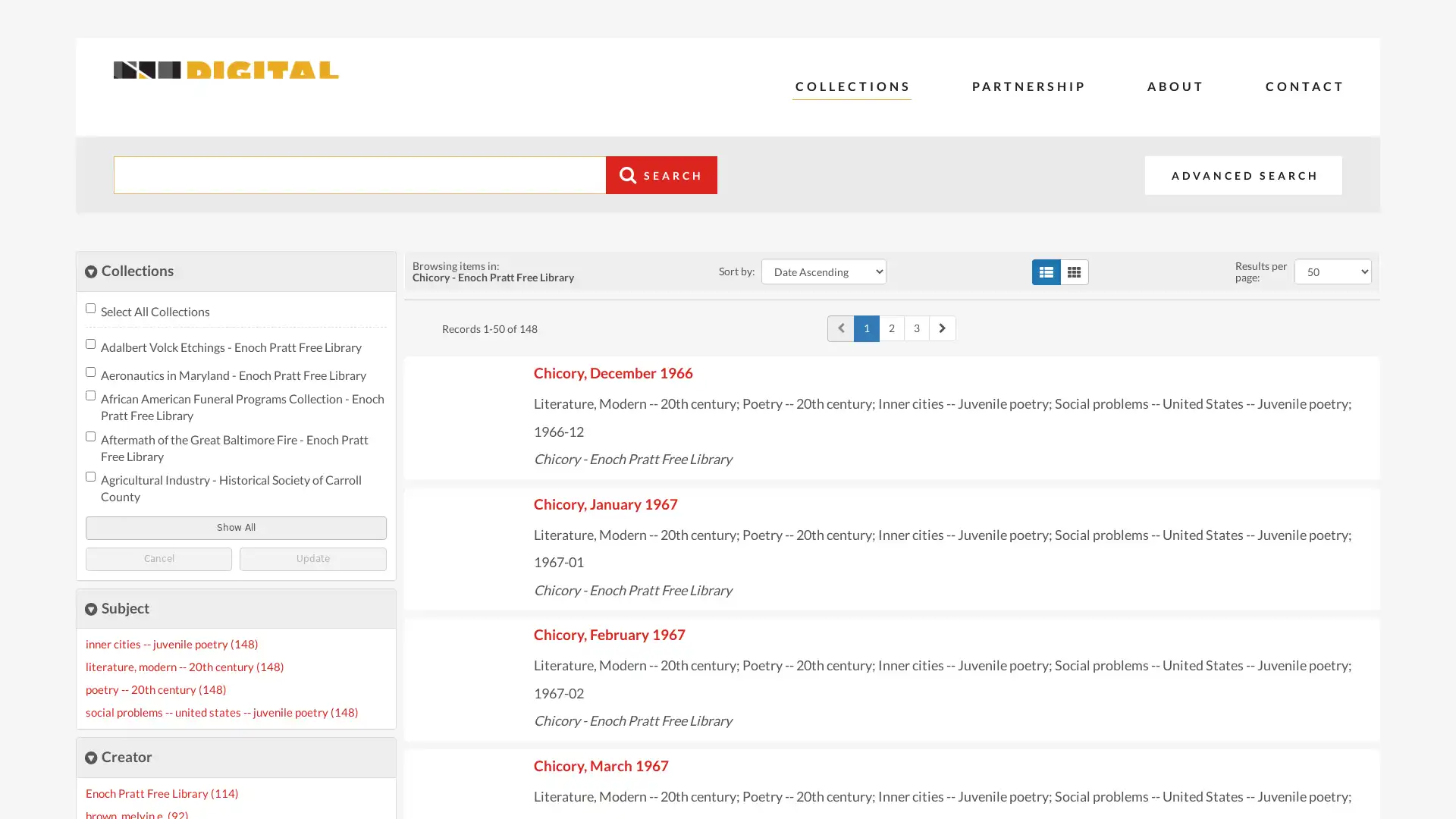 The width and height of the screenshot is (1456, 819). What do you see at coordinates (916, 327) in the screenshot?
I see `Page 3` at bounding box center [916, 327].